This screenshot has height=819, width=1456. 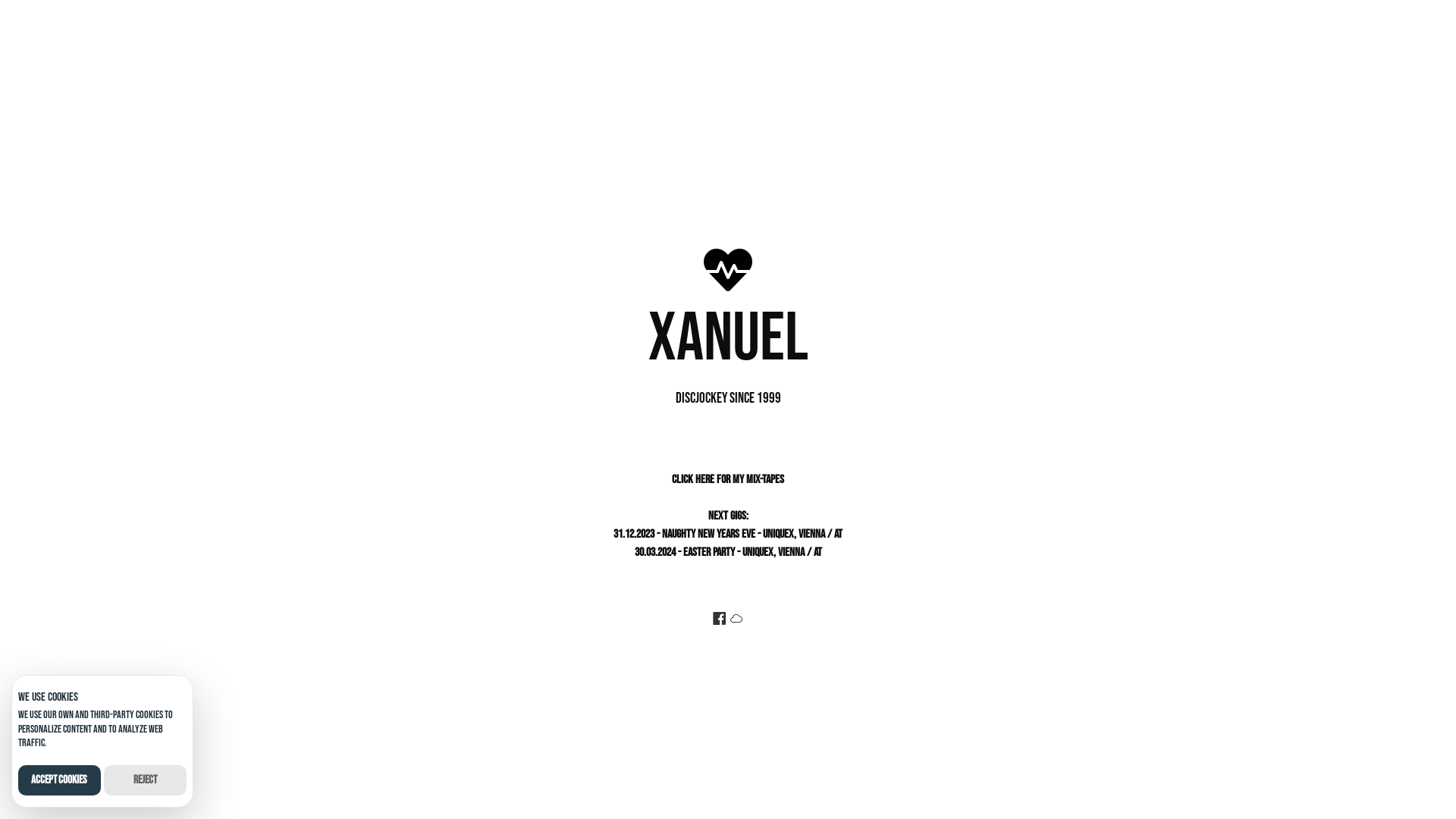 I want to click on 'Reject', so click(x=145, y=780).